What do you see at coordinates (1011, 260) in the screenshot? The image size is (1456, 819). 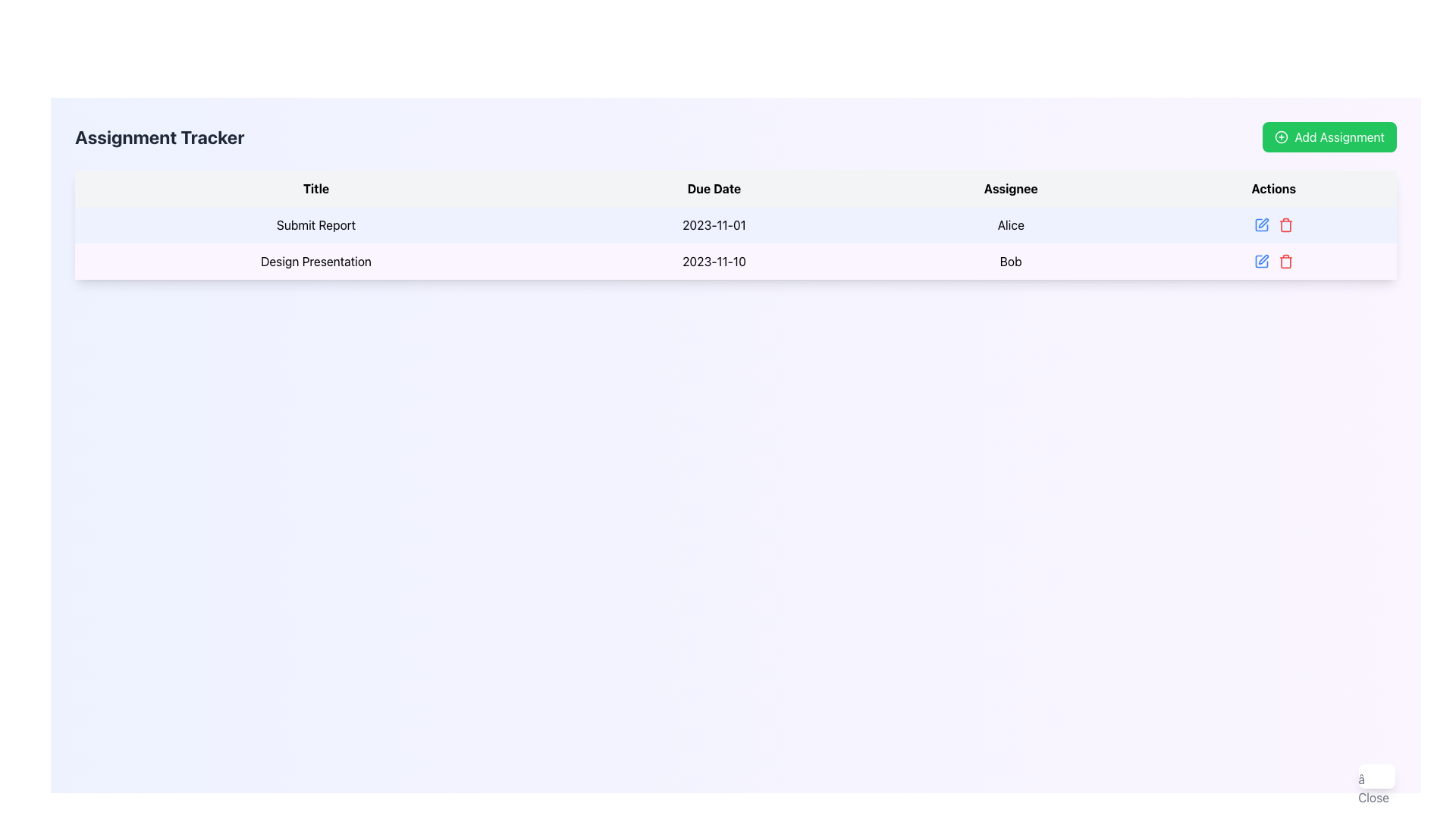 I see `the text label displaying 'Bob' in the 'Assignee' column of the table interface` at bounding box center [1011, 260].